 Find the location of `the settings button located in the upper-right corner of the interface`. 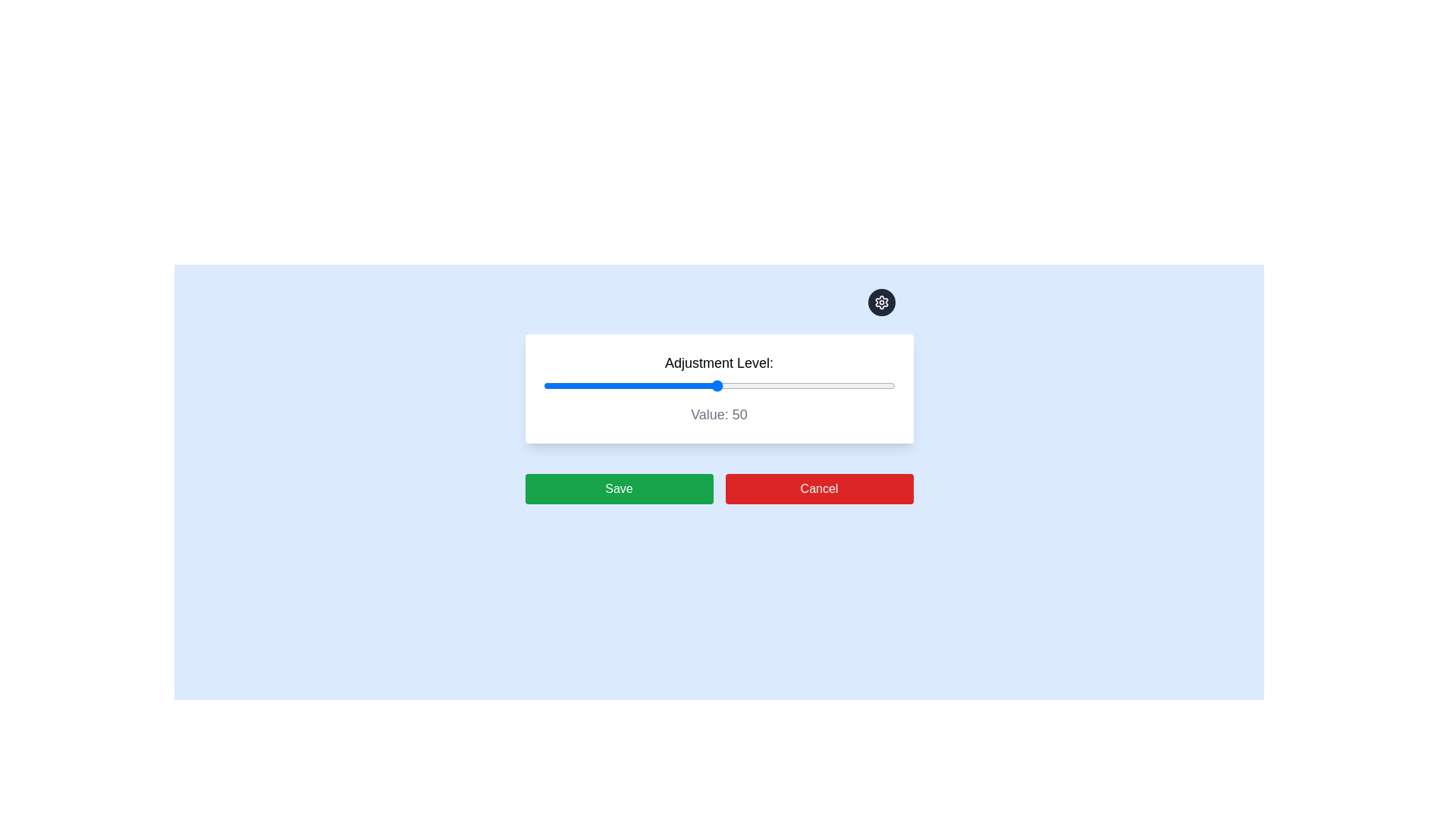

the settings button located in the upper-right corner of the interface is located at coordinates (881, 302).